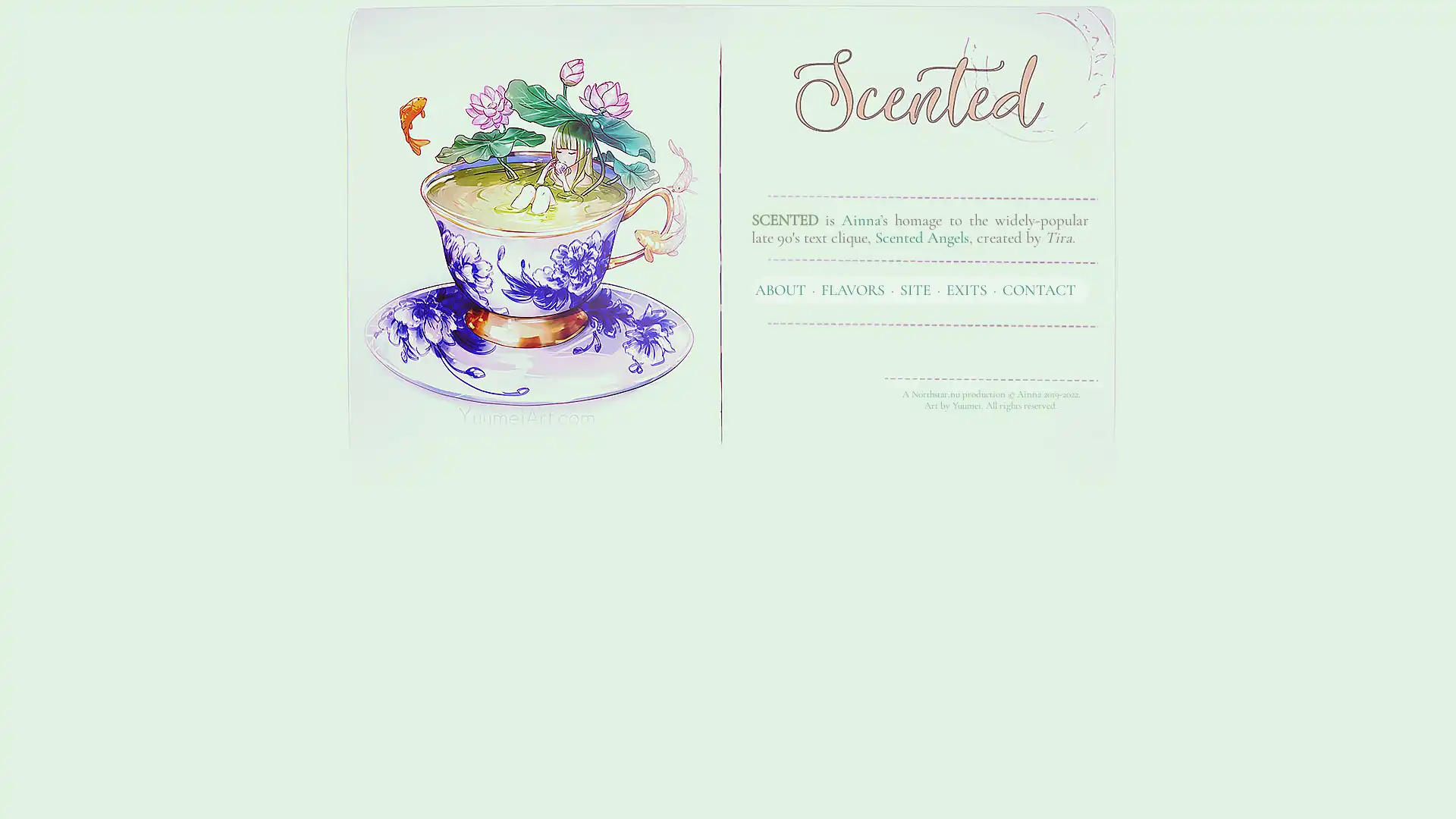 This screenshot has width=1456, height=819. I want to click on SITE, so click(915, 289).